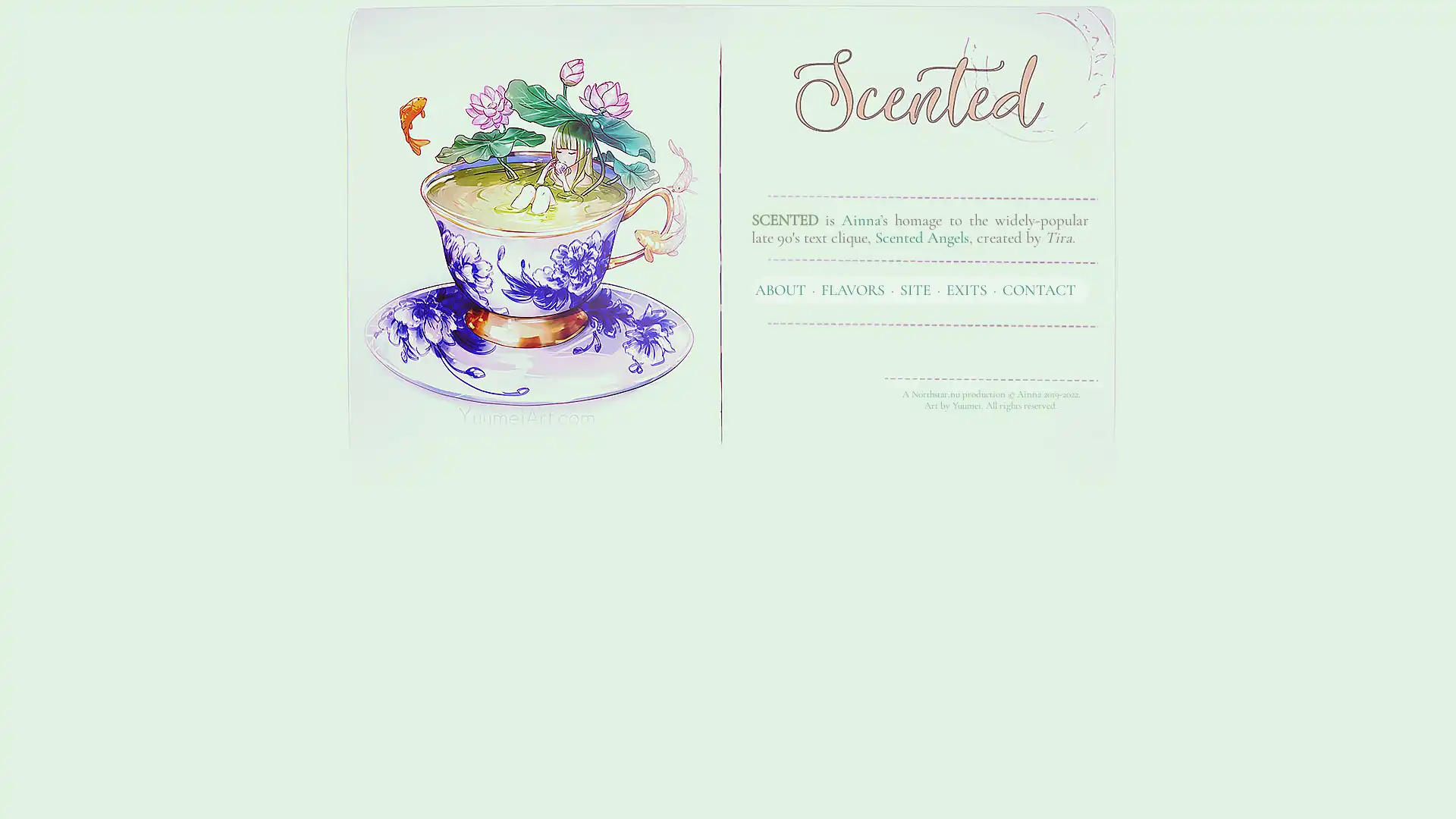 This screenshot has width=1456, height=819. I want to click on SITE, so click(915, 289).